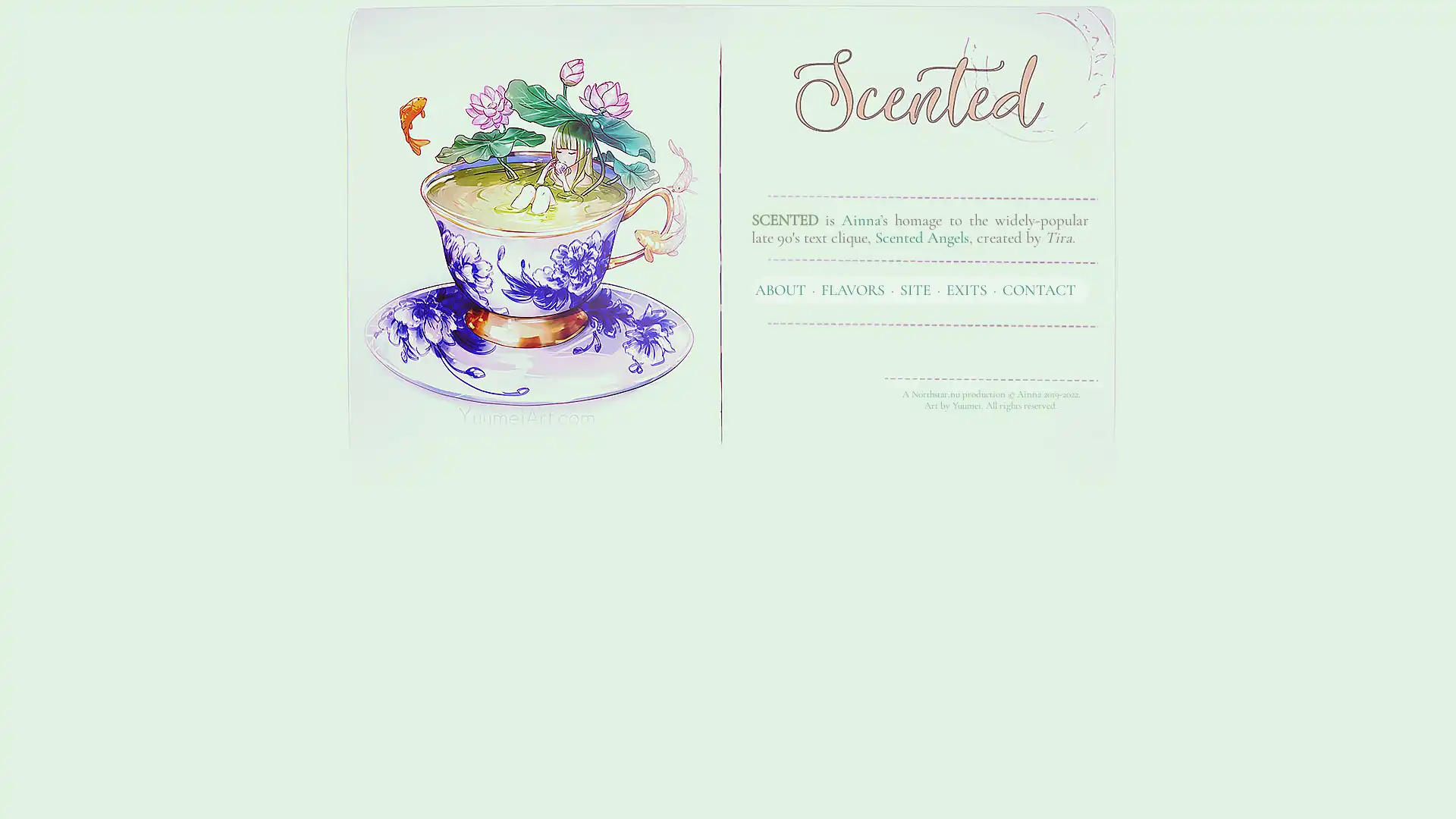 This screenshot has width=1456, height=819. I want to click on SITE, so click(915, 289).